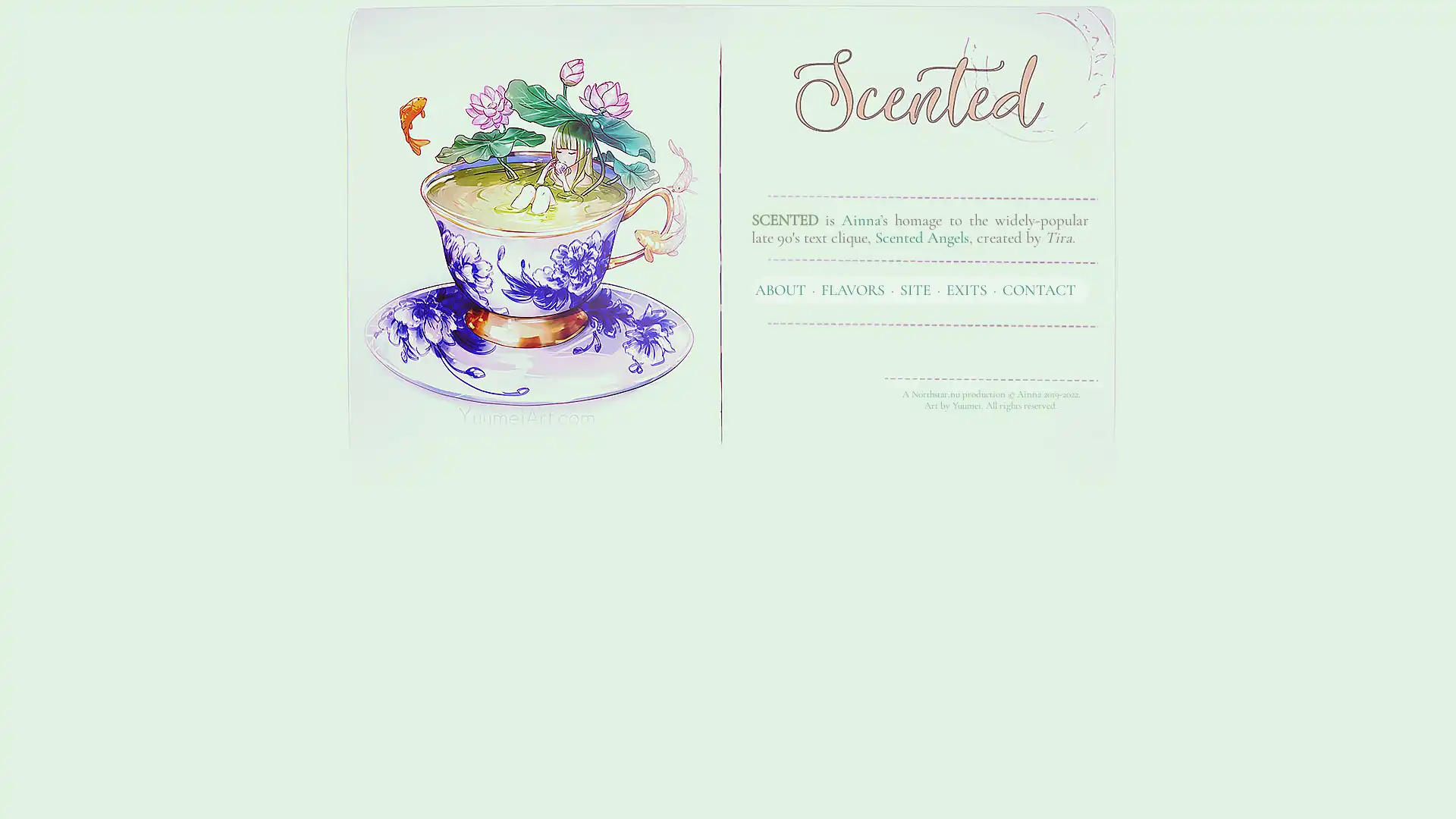 This screenshot has width=1456, height=819. I want to click on SITE, so click(915, 289).